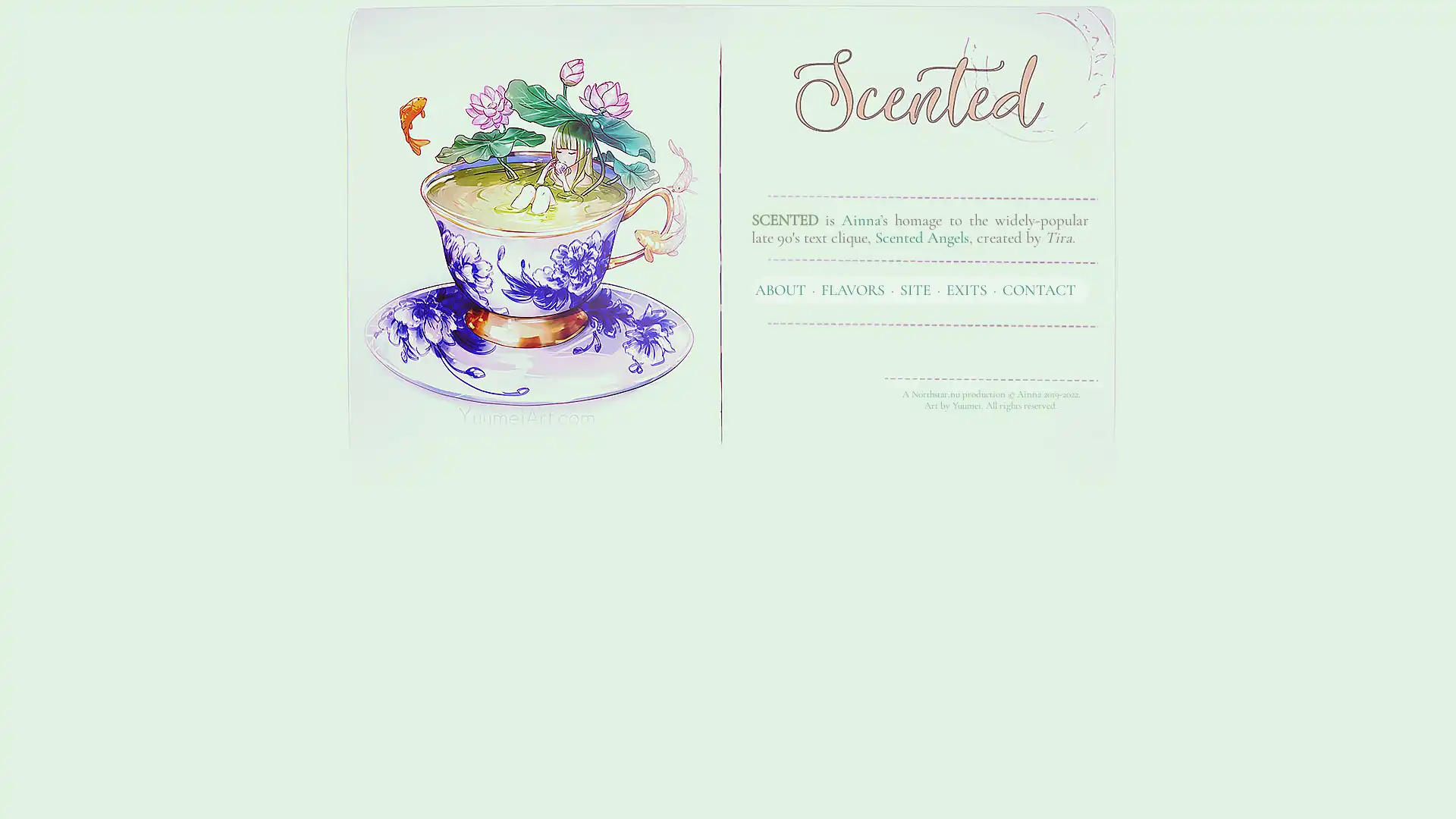 This screenshot has width=1456, height=819. I want to click on SITE, so click(915, 289).